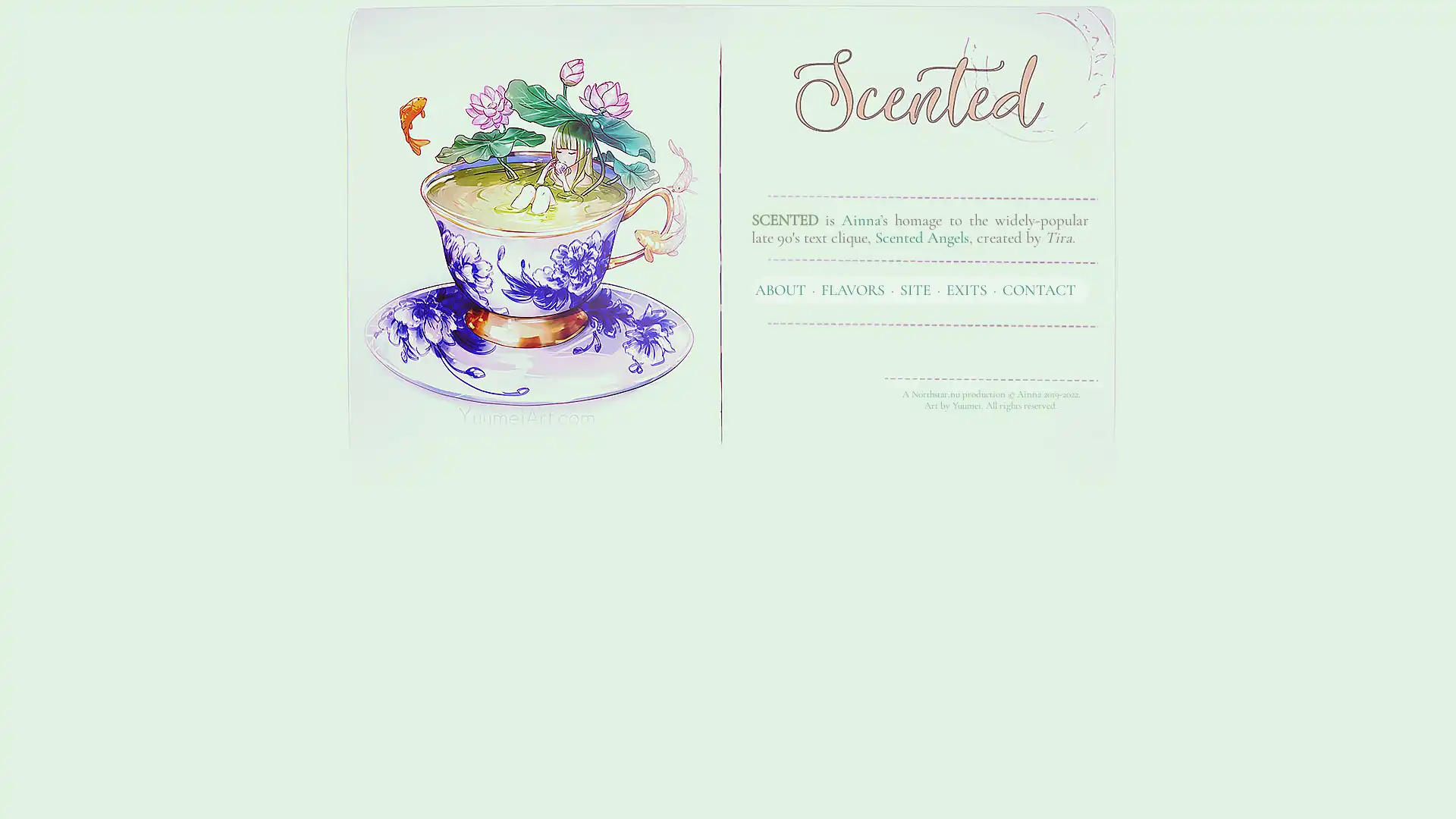 This screenshot has width=1456, height=819. I want to click on SITE, so click(915, 289).